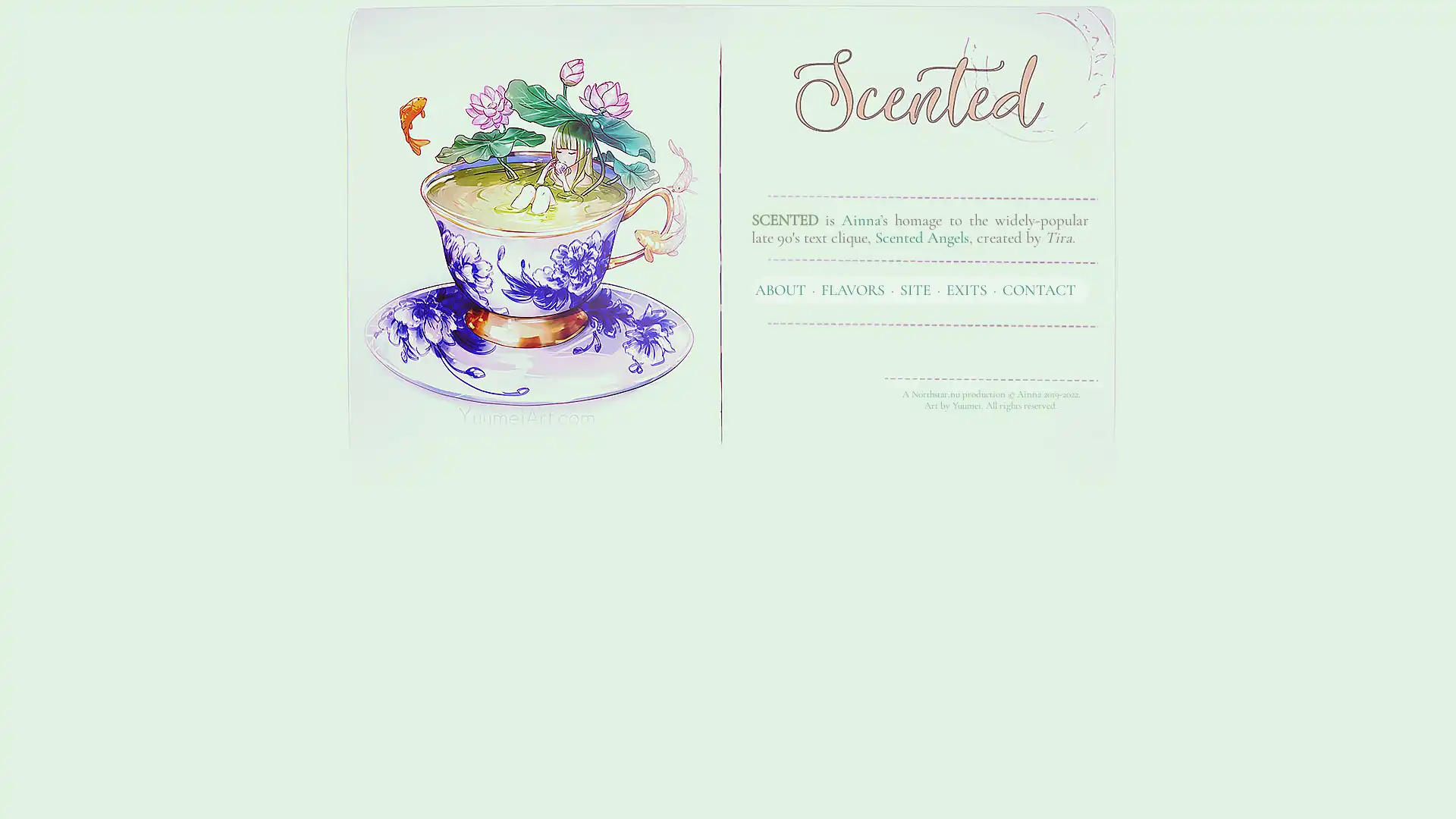 This screenshot has width=1456, height=819. I want to click on SITE, so click(915, 289).